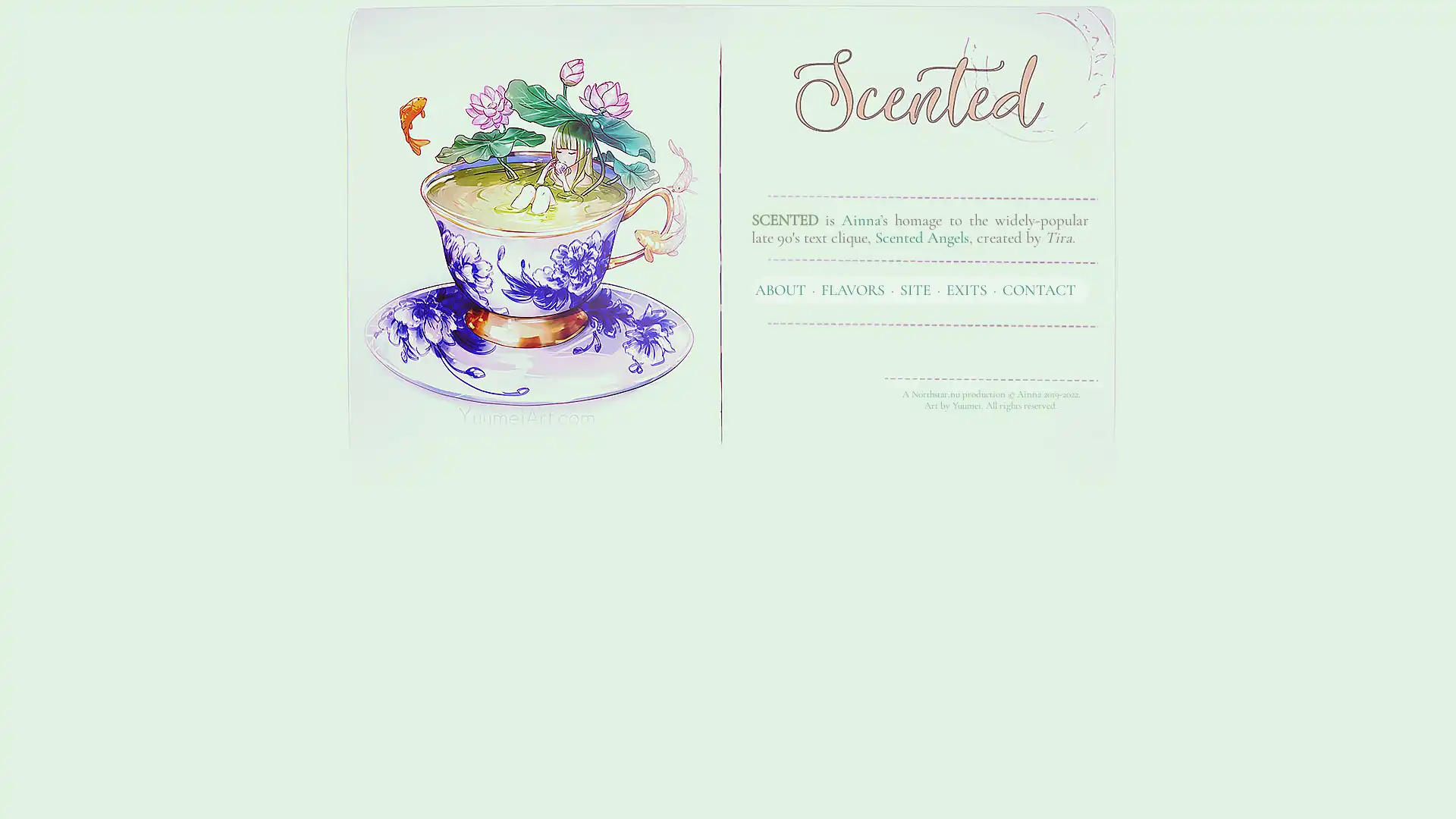 This screenshot has width=1456, height=819. I want to click on SITE, so click(915, 289).